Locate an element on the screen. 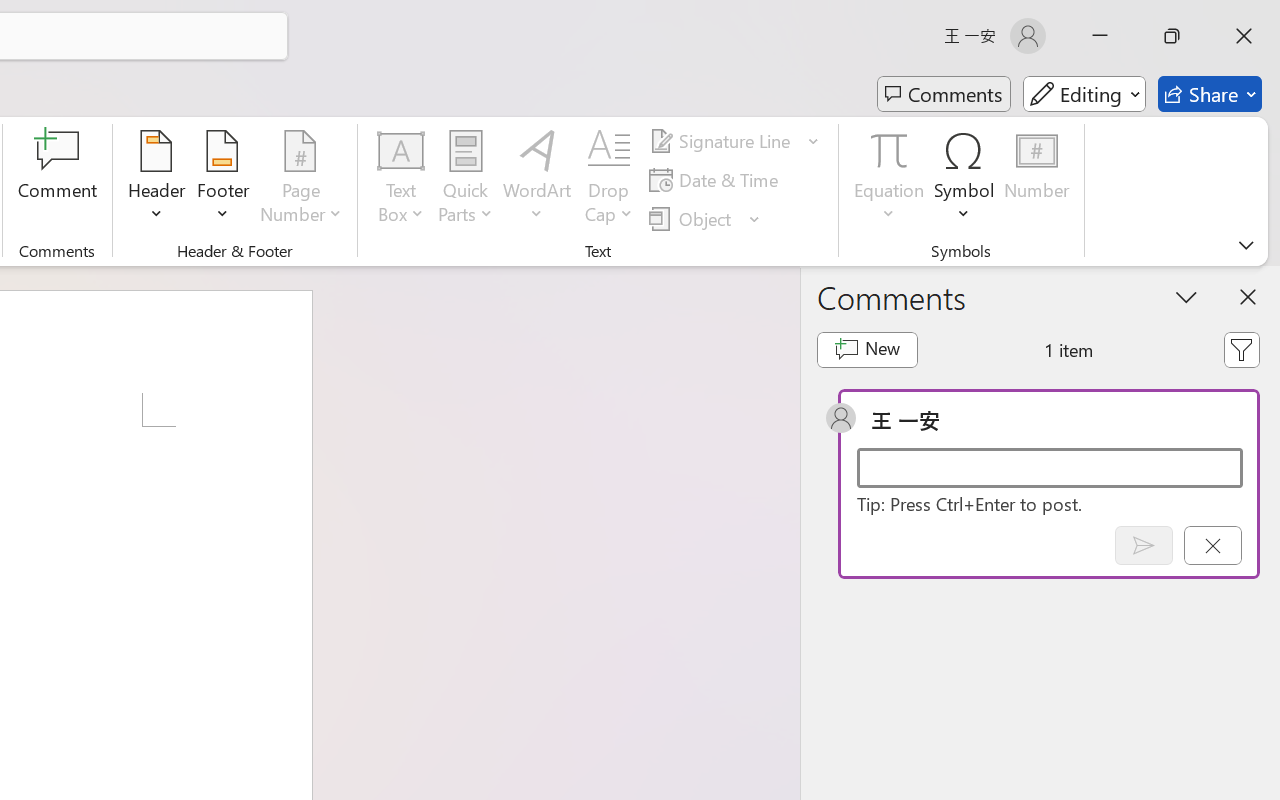 This screenshot has width=1280, height=800. 'Text Box' is located at coordinates (400, 179).